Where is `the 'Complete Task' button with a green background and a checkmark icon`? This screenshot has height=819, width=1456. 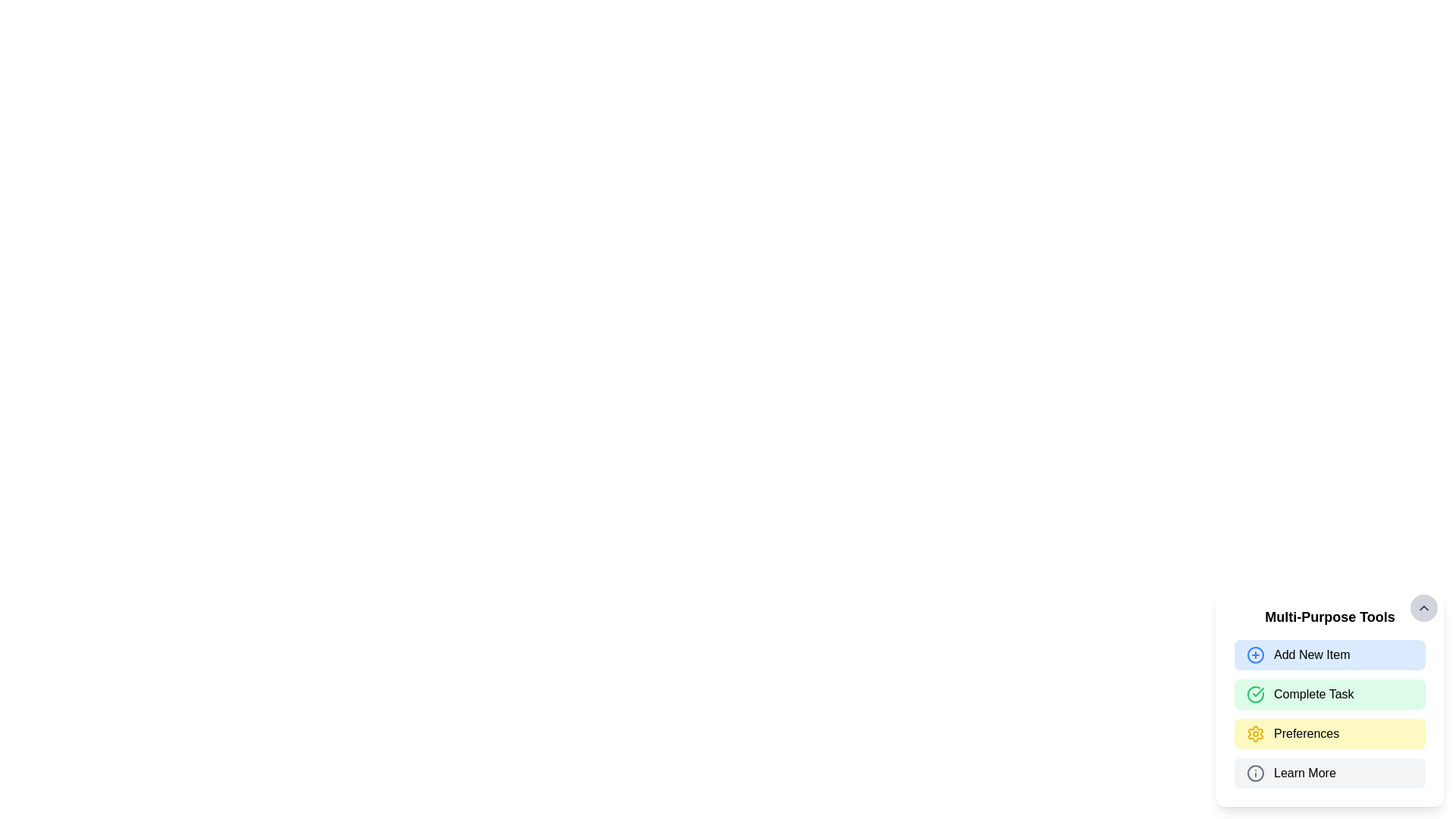
the 'Complete Task' button with a green background and a checkmark icon is located at coordinates (1329, 698).